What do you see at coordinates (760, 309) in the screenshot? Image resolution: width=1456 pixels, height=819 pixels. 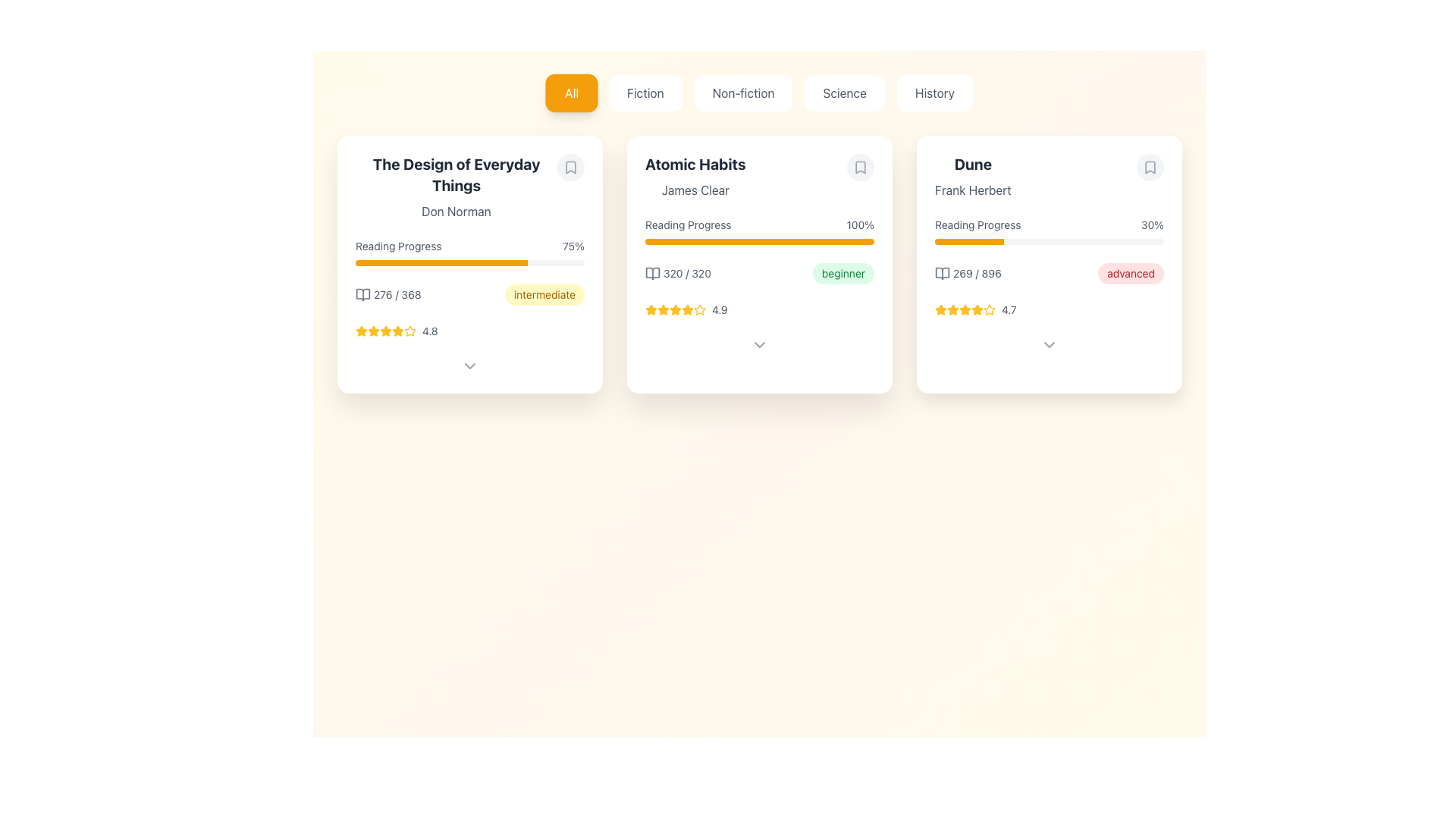 I see `the rating stars and numeric value displayed in the Rating section of the book card for 'Atomic Habits' by James Clear, which is located below the 'Reading Progress' section` at bounding box center [760, 309].